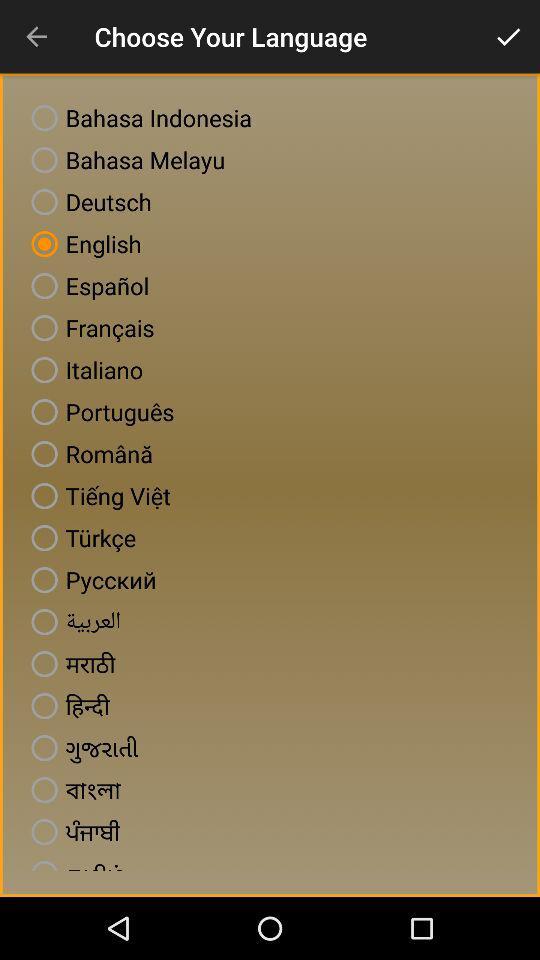 This screenshot has width=540, height=960. Describe the element at coordinates (86, 202) in the screenshot. I see `the icon above the english item` at that location.